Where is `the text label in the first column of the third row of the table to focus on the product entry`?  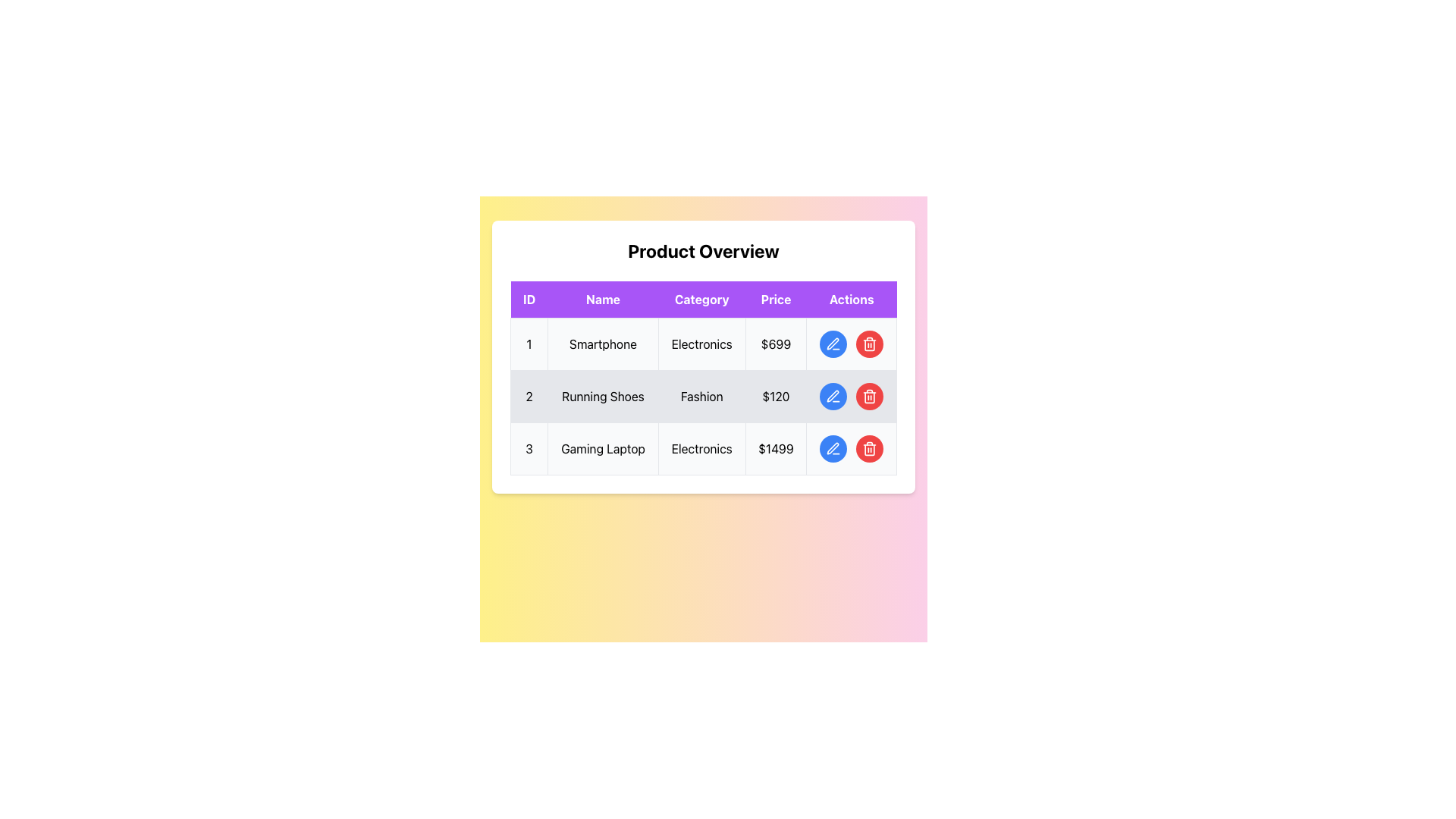 the text label in the first column of the third row of the table to focus on the product entry is located at coordinates (529, 447).